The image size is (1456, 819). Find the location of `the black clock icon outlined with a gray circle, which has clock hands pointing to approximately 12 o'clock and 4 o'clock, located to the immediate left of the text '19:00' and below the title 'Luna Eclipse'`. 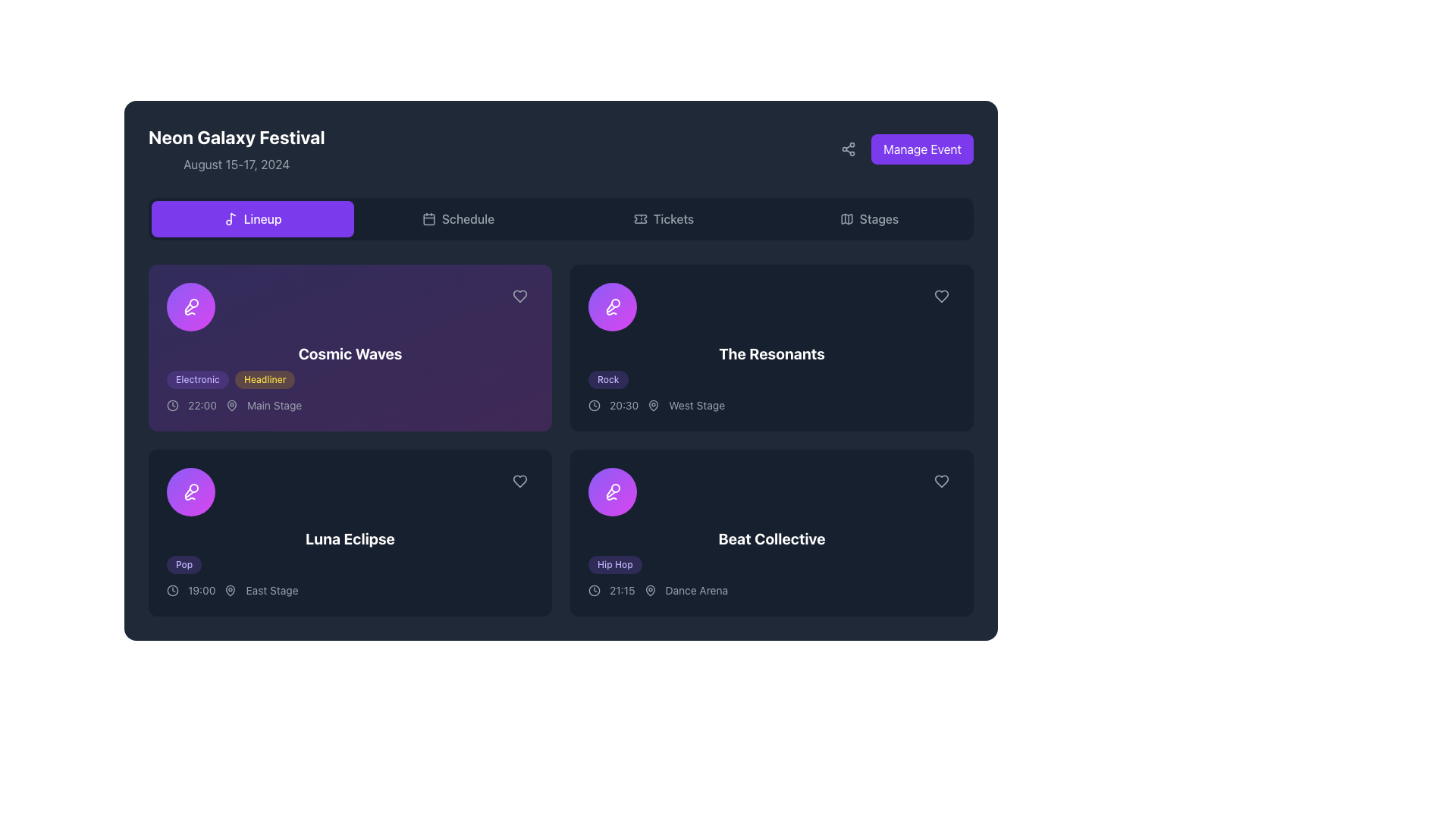

the black clock icon outlined with a gray circle, which has clock hands pointing to approximately 12 o'clock and 4 o'clock, located to the immediate left of the text '19:00' and below the title 'Luna Eclipse' is located at coordinates (172, 590).